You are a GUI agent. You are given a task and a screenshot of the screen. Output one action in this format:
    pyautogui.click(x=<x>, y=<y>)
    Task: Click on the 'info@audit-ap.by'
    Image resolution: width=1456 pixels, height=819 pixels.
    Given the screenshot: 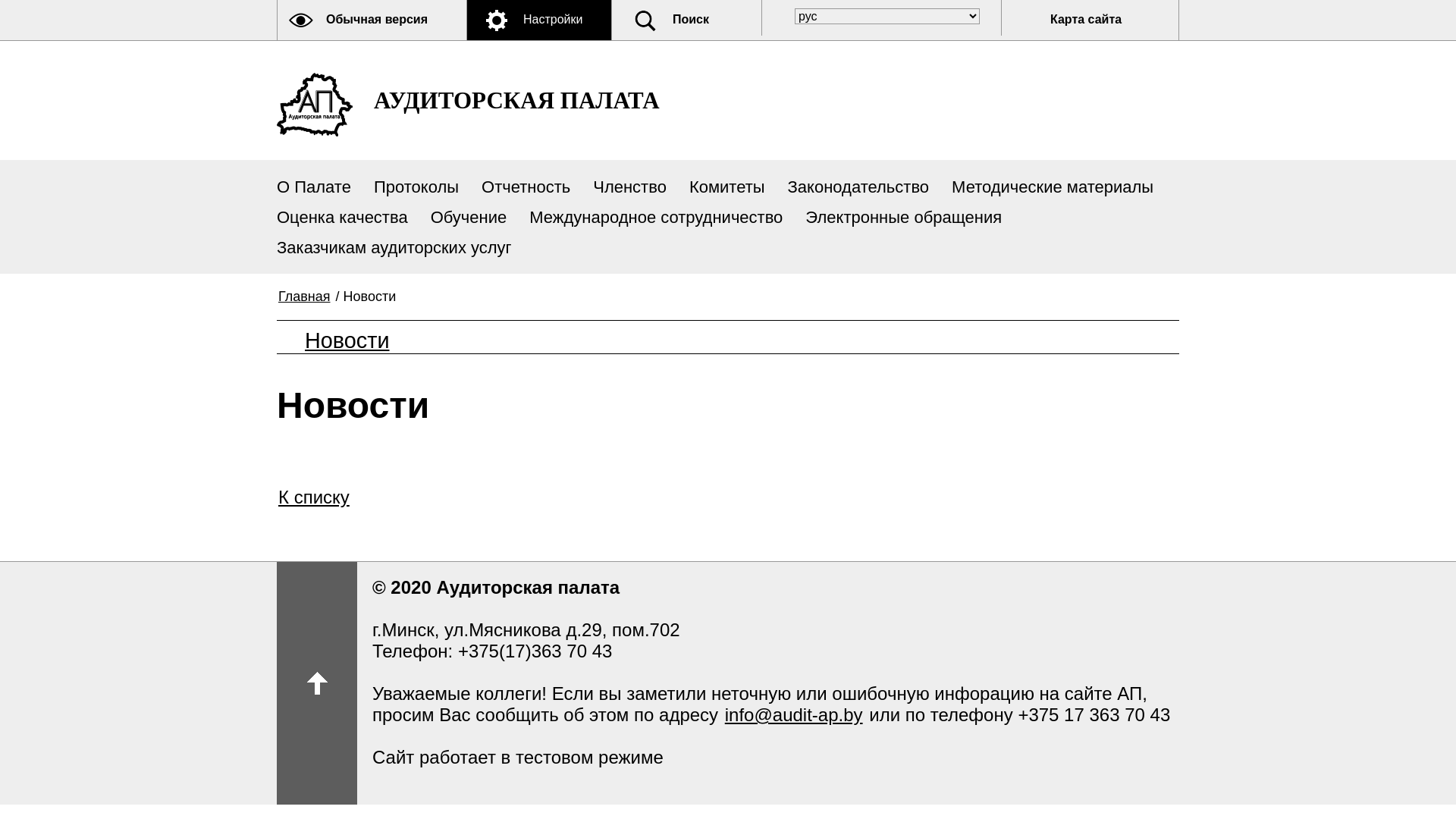 What is the action you would take?
    pyautogui.click(x=792, y=714)
    